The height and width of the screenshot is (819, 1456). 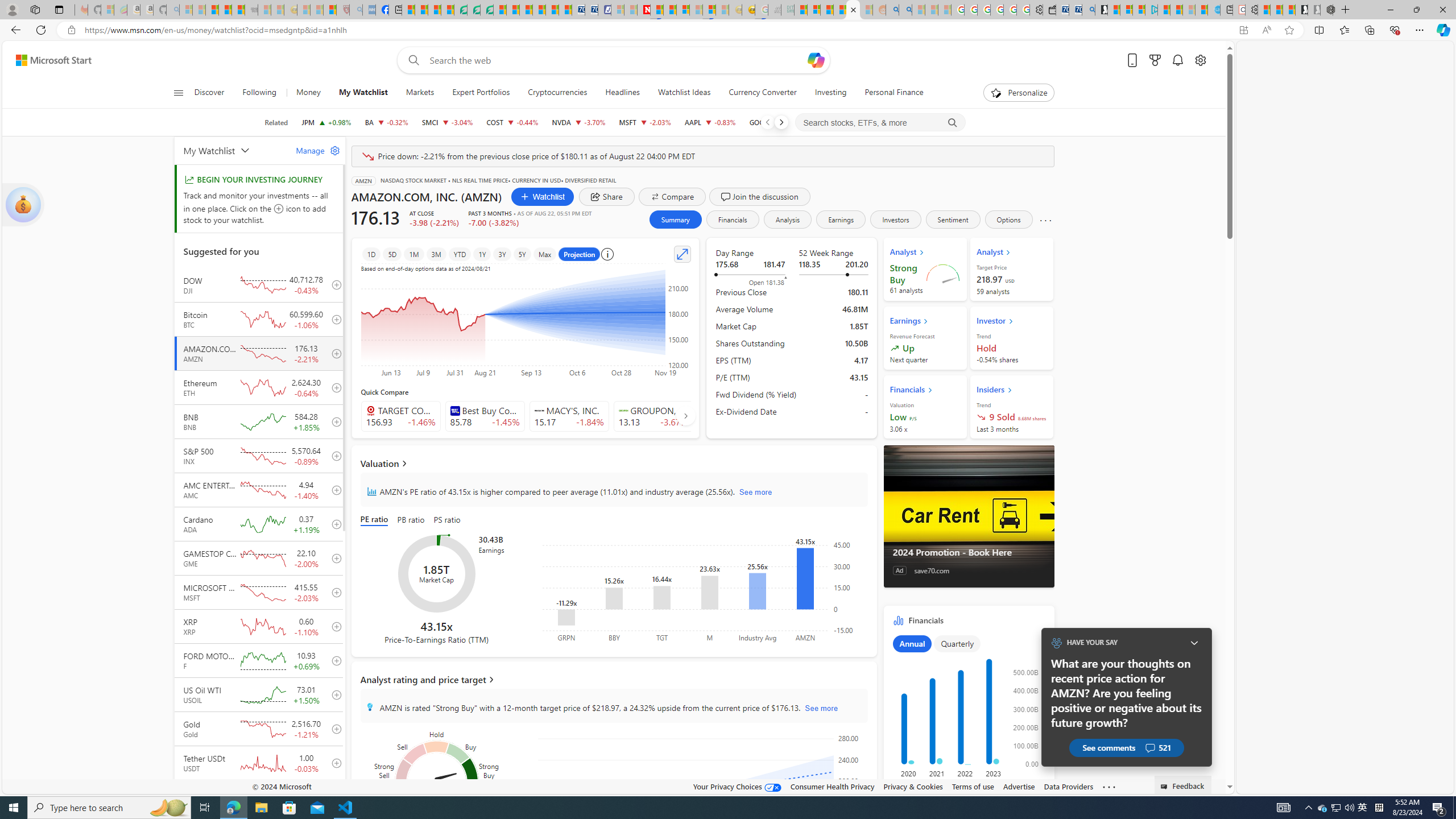 I want to click on 'App available. Install Start Money', so click(x=1243, y=30).